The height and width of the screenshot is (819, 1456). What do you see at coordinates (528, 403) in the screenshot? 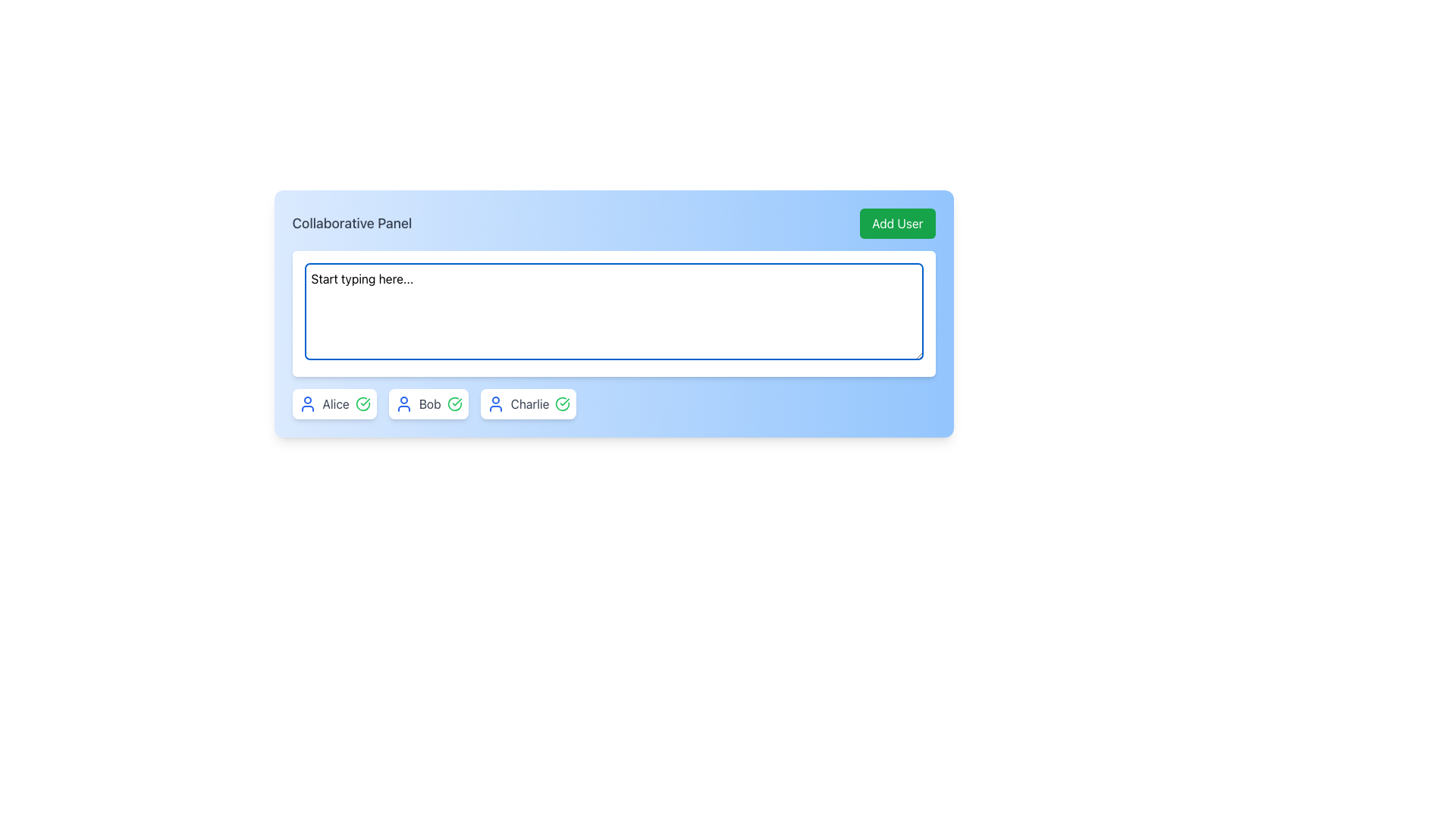
I see `the User Entry element featuring the name 'Charlie', which includes a blue user icon and a green checkmark` at bounding box center [528, 403].